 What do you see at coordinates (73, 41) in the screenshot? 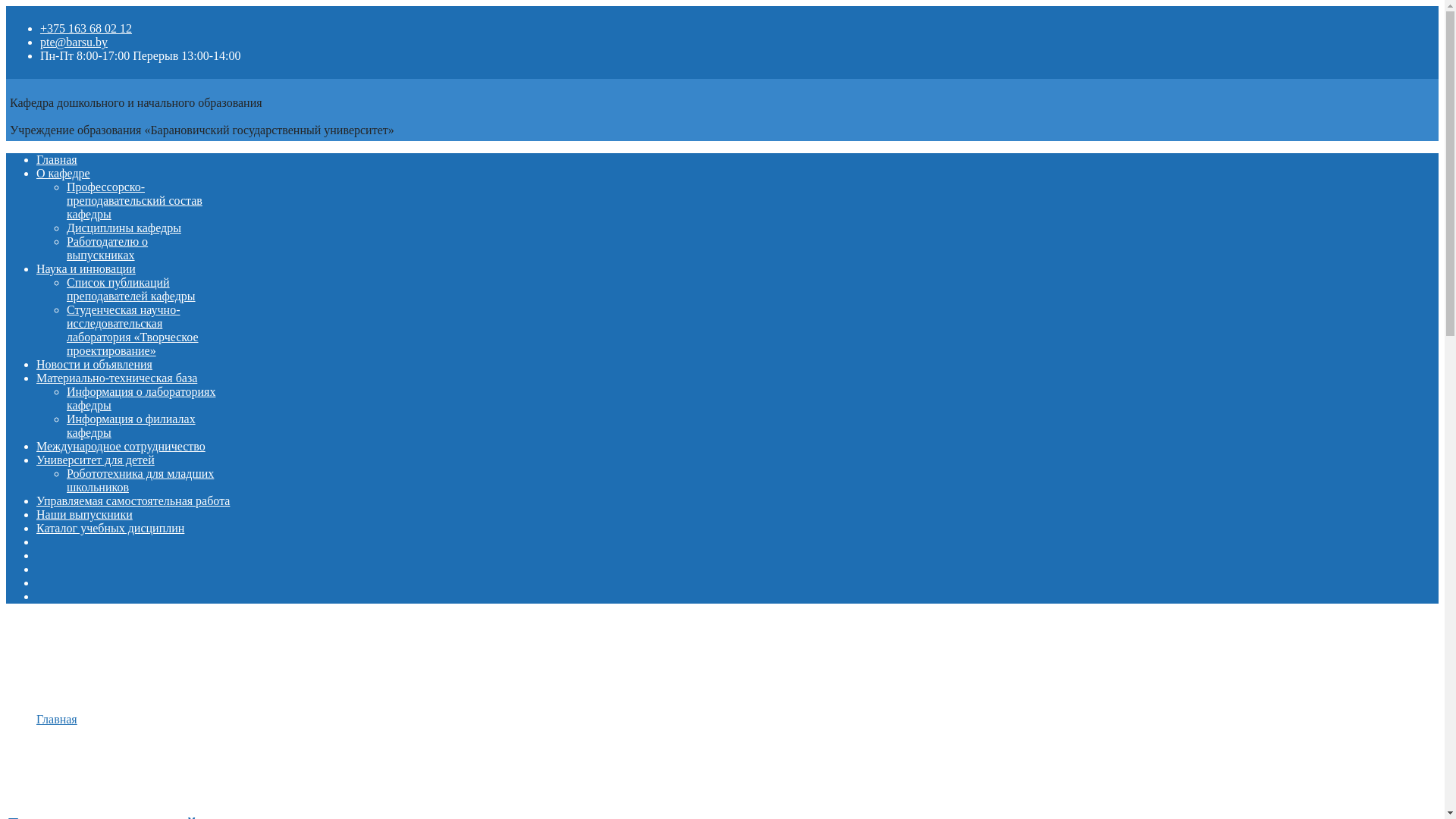
I see `'pte@barsu.by'` at bounding box center [73, 41].